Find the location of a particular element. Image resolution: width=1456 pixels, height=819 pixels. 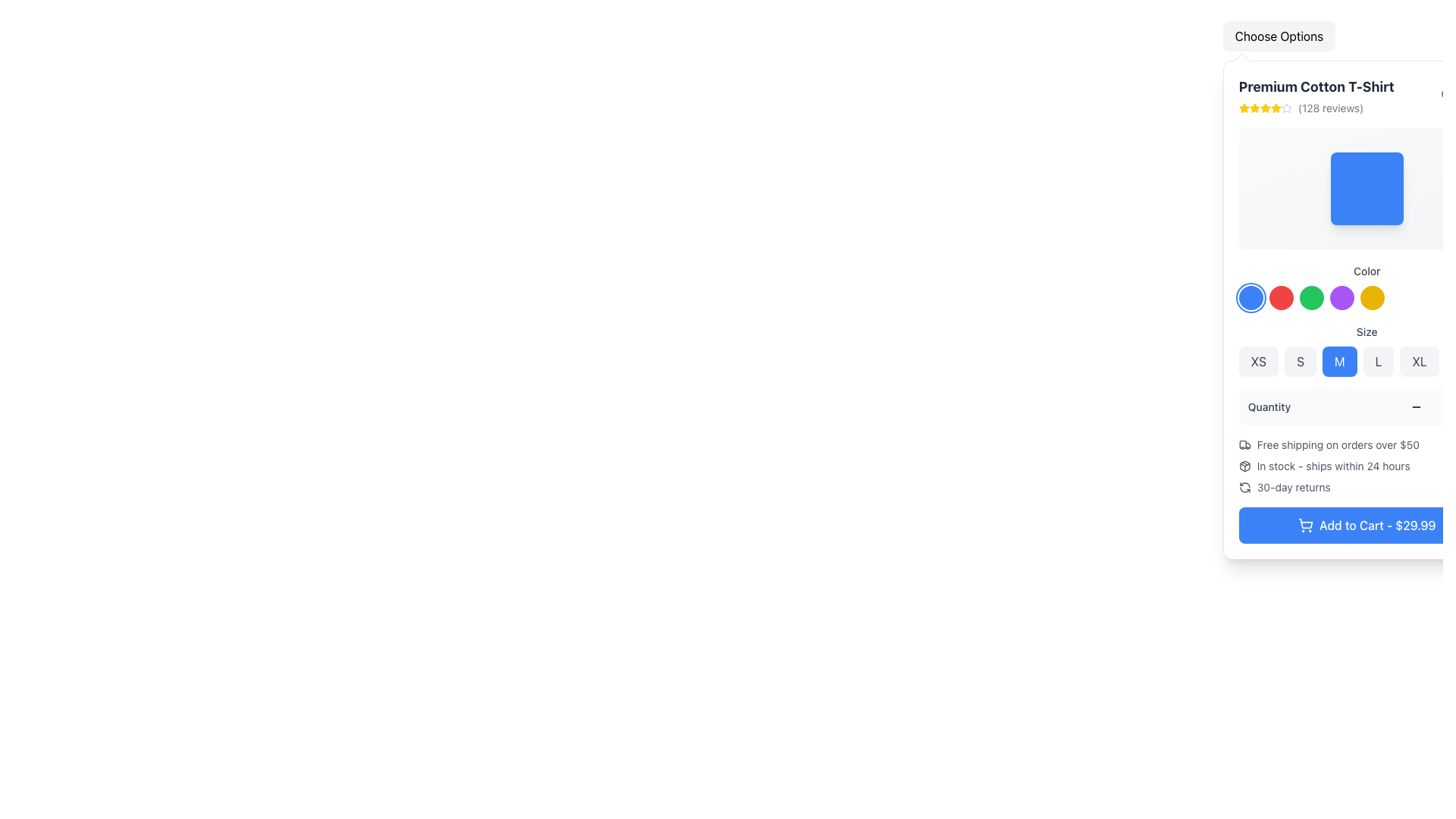

the rectangular button labeled 'XS' with a light gray background is located at coordinates (1259, 362).